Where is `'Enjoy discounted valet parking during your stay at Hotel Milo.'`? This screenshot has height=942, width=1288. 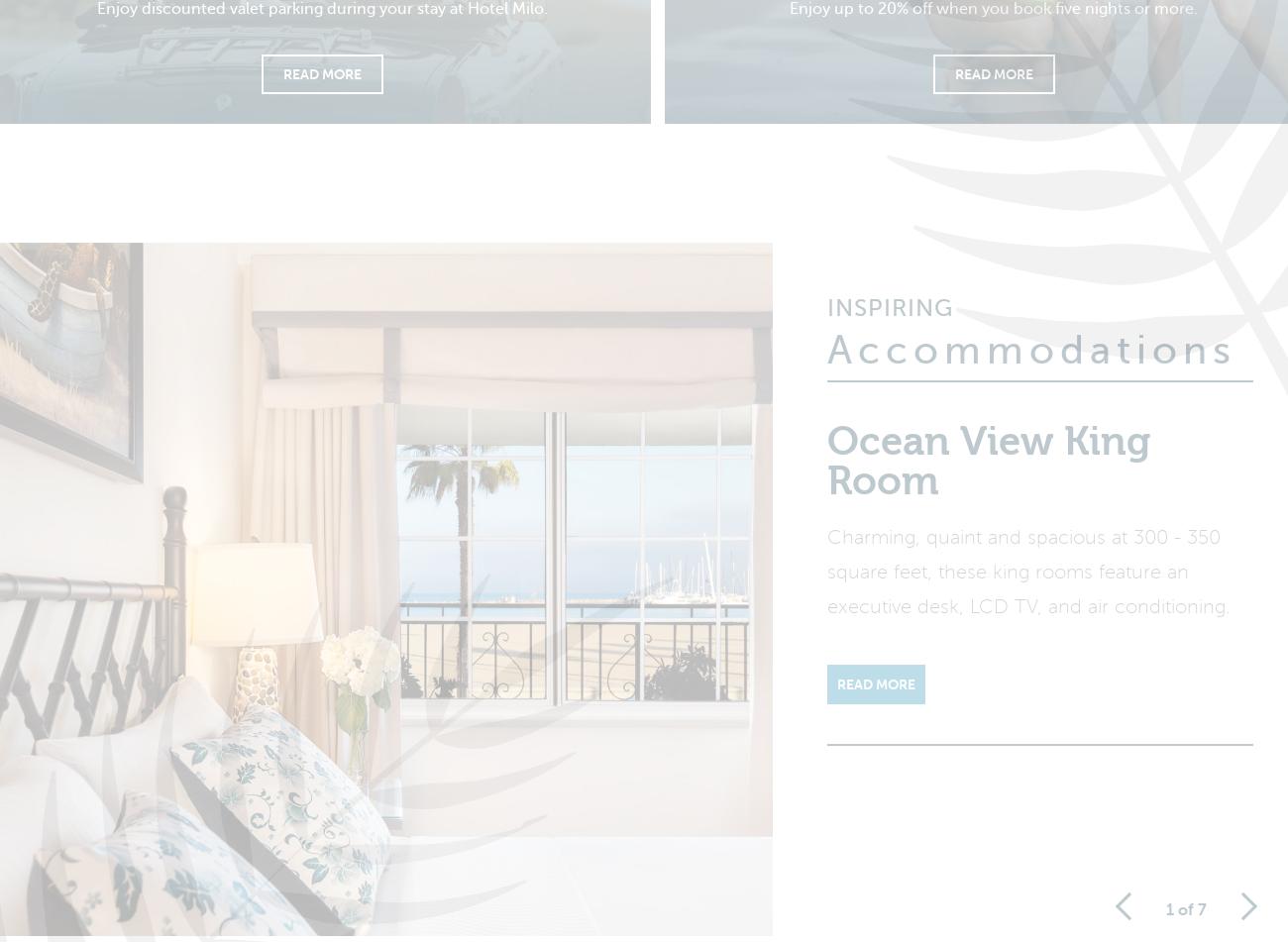
'Enjoy discounted valet parking during your stay at Hotel Milo.' is located at coordinates (95, 21).